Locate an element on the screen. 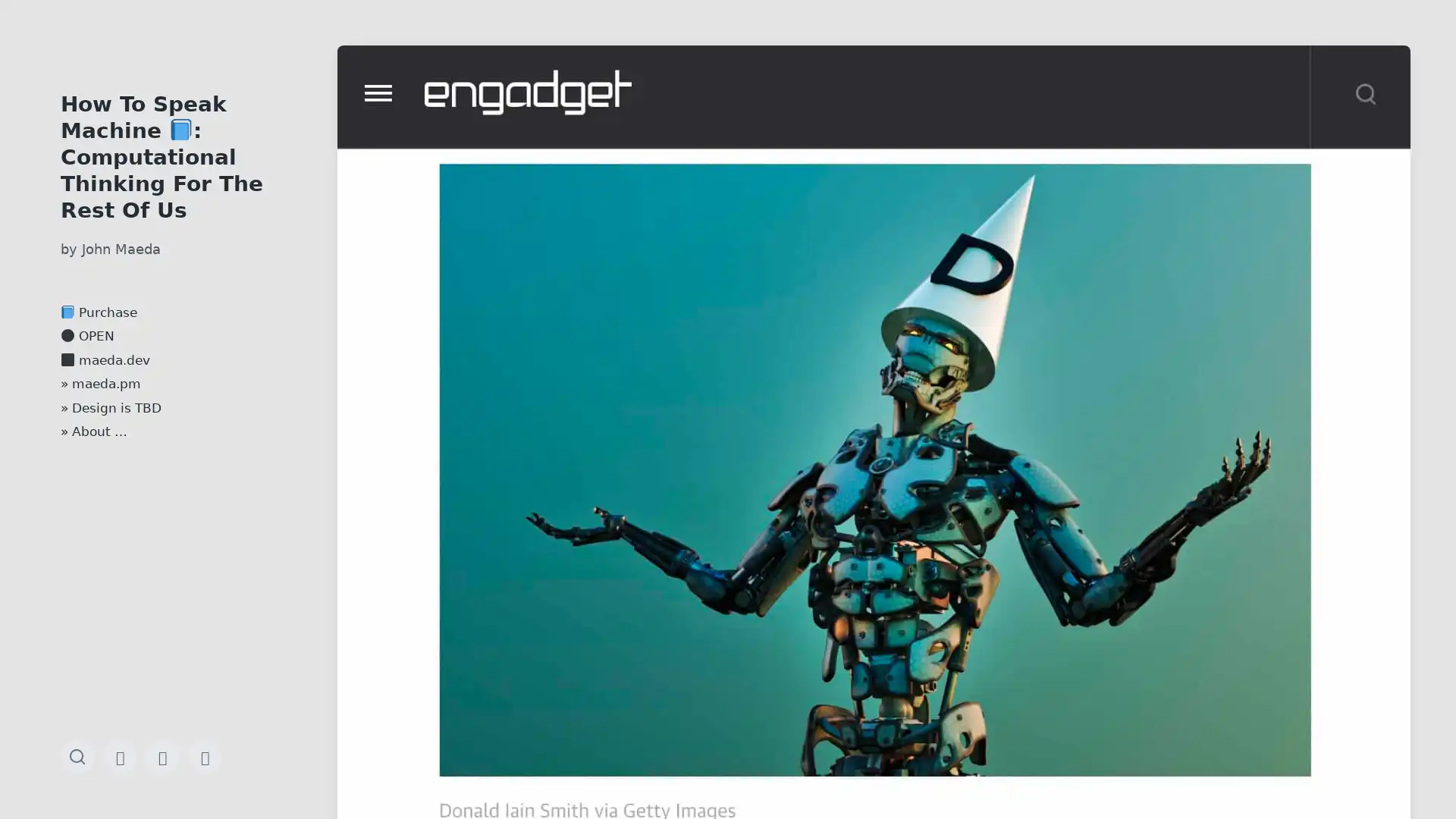  Toggle the search field is located at coordinates (76, 757).